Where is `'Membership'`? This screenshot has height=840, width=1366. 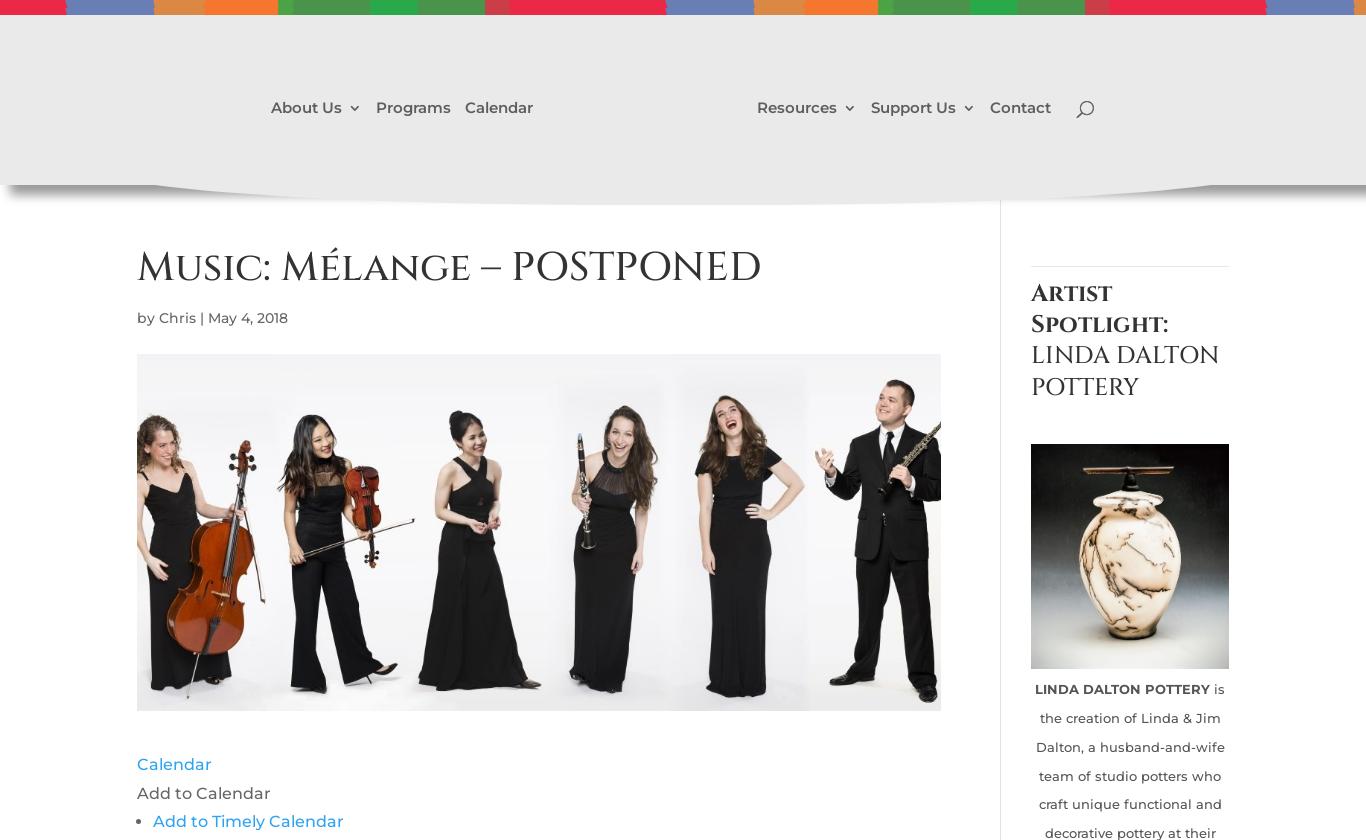
'Membership' is located at coordinates (958, 226).